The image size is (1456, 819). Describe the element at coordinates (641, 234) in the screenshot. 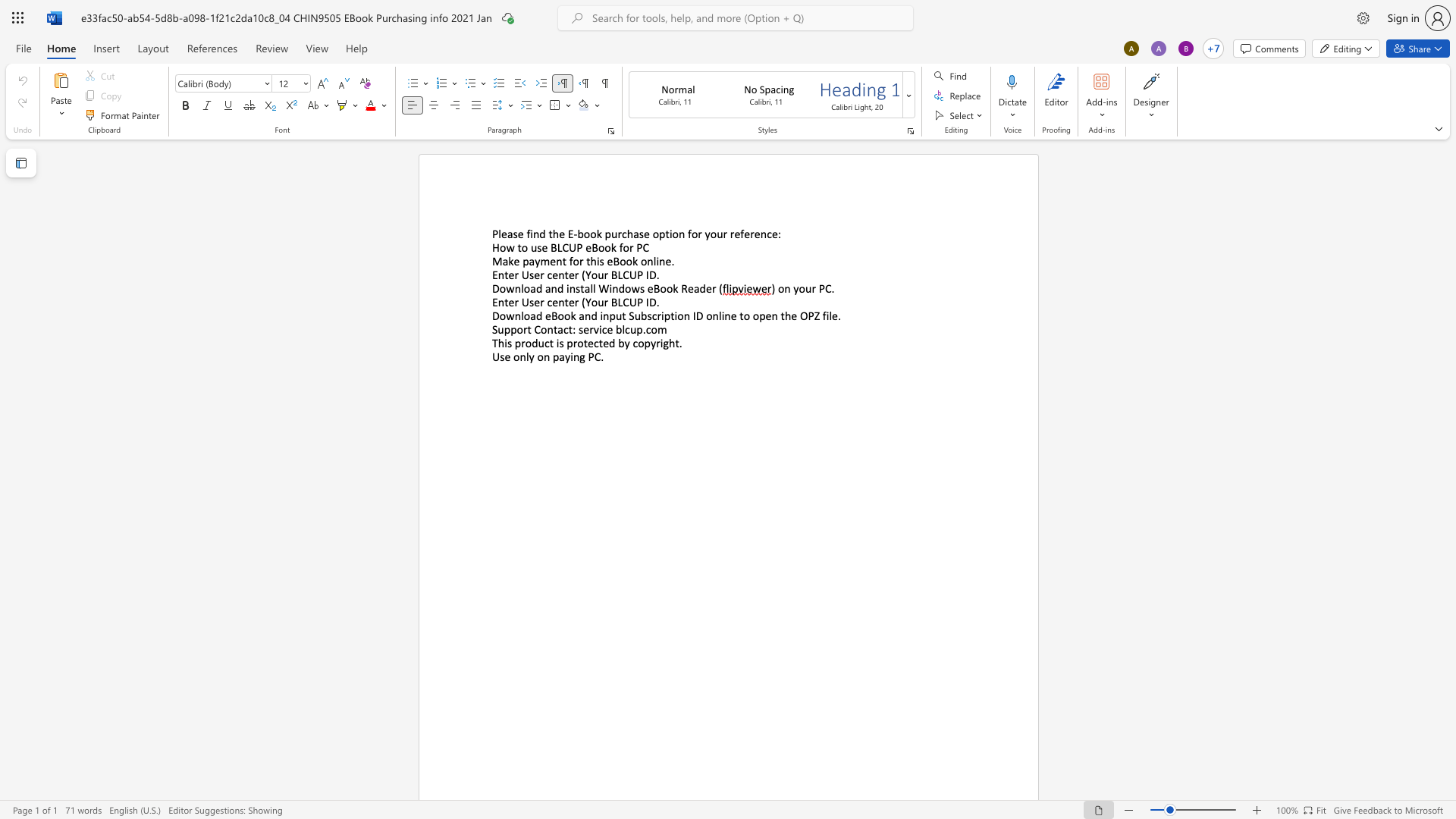

I see `the 2th character "s" in the text` at that location.